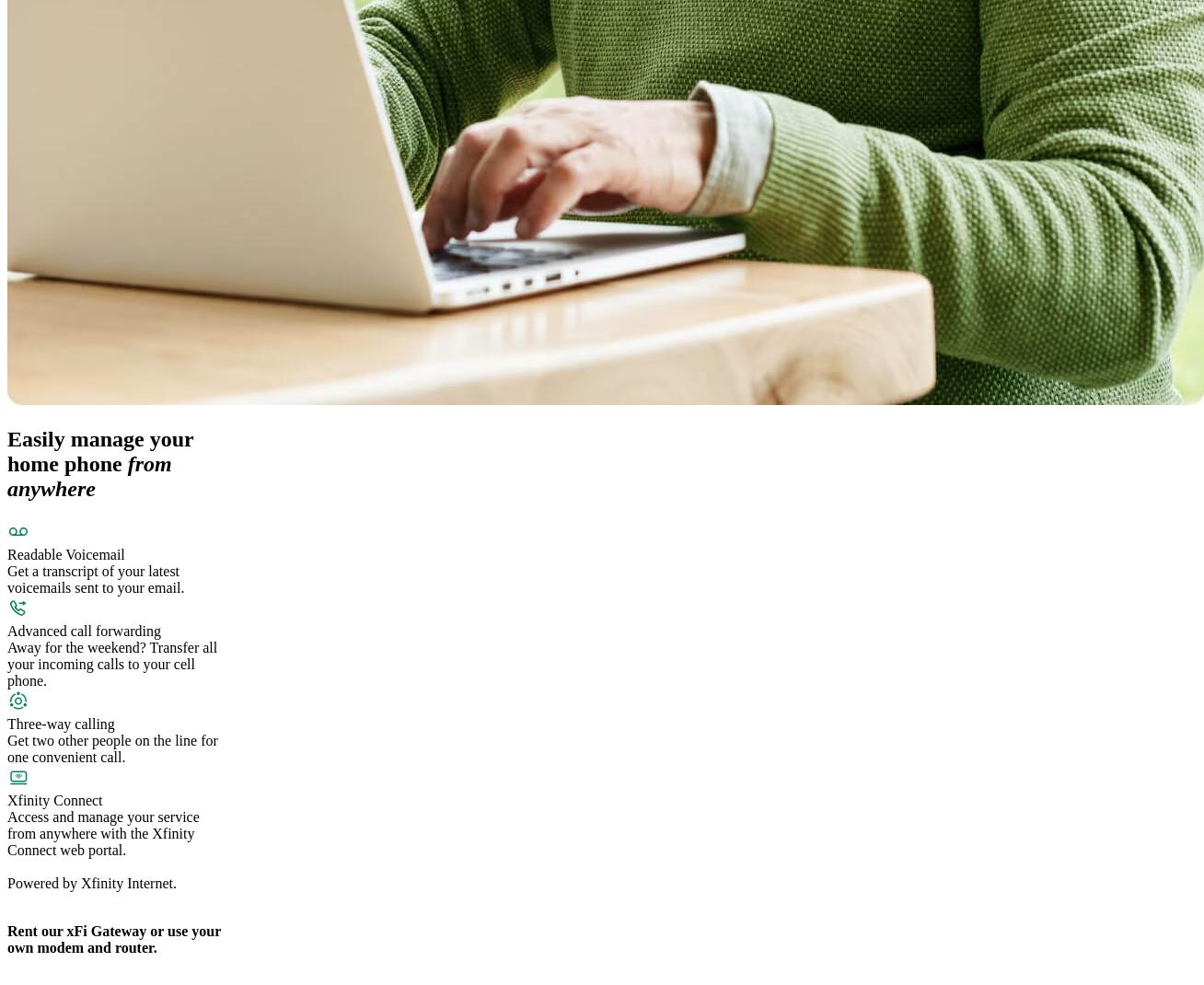  Describe the element at coordinates (6, 451) in the screenshot. I see `'Easily manage your home phone'` at that location.